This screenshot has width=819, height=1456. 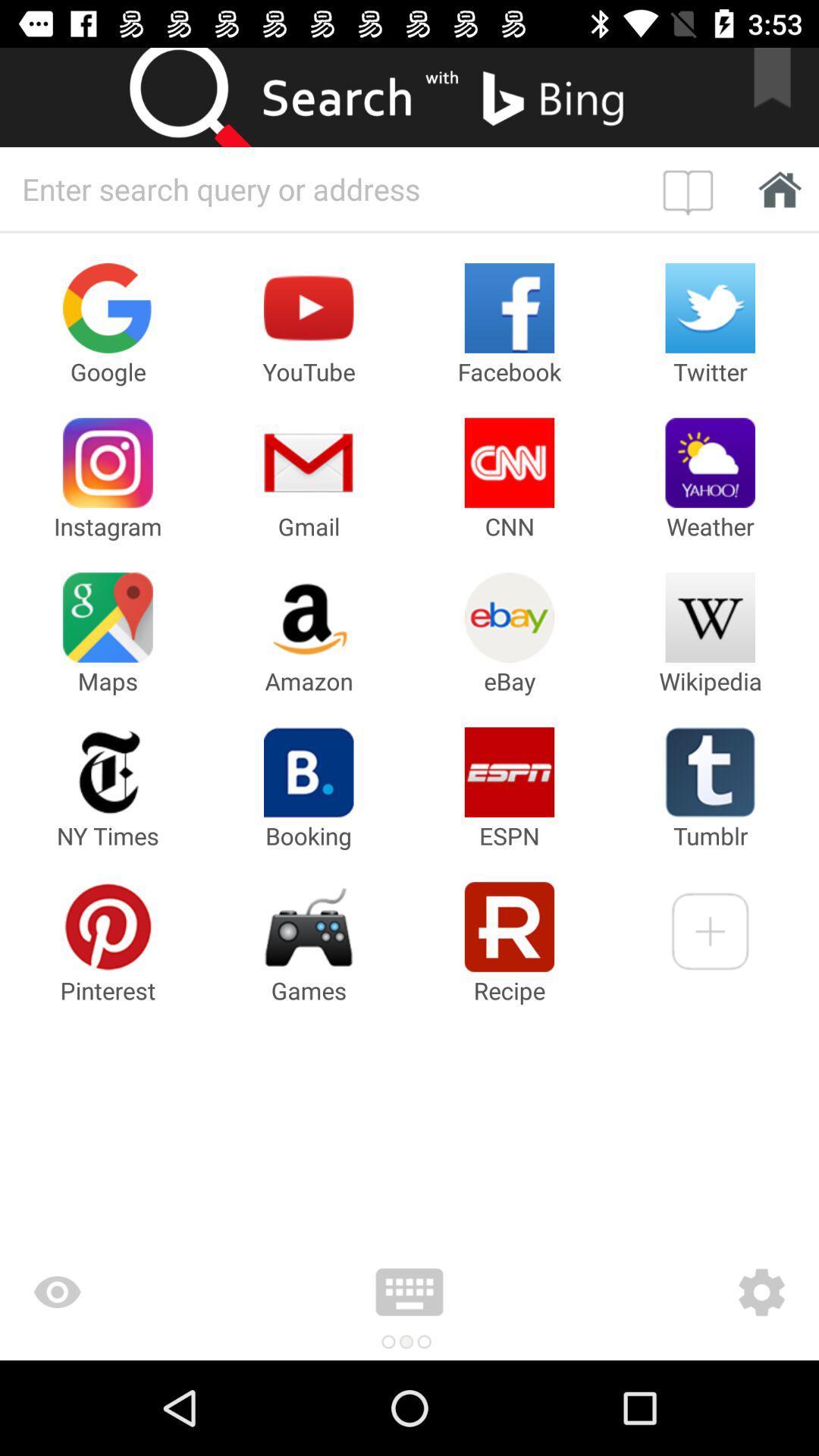 What do you see at coordinates (327, 188) in the screenshot?
I see `type your search` at bounding box center [327, 188].